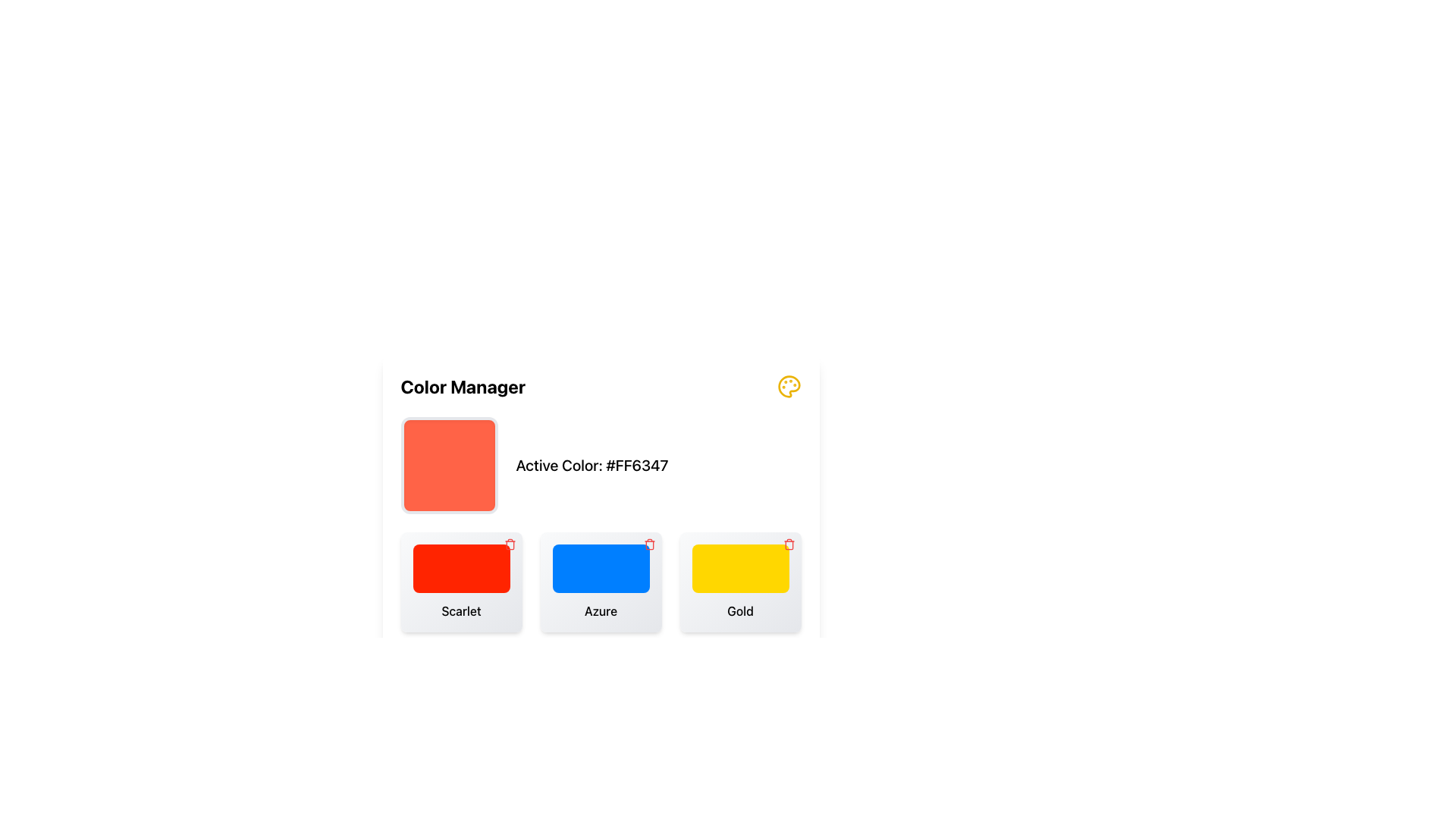 The height and width of the screenshot is (819, 1456). I want to click on the bright gold color swatch with a rounded border that is part of the 'Color Manager' section, located within the card labeled 'Gold', so click(740, 568).